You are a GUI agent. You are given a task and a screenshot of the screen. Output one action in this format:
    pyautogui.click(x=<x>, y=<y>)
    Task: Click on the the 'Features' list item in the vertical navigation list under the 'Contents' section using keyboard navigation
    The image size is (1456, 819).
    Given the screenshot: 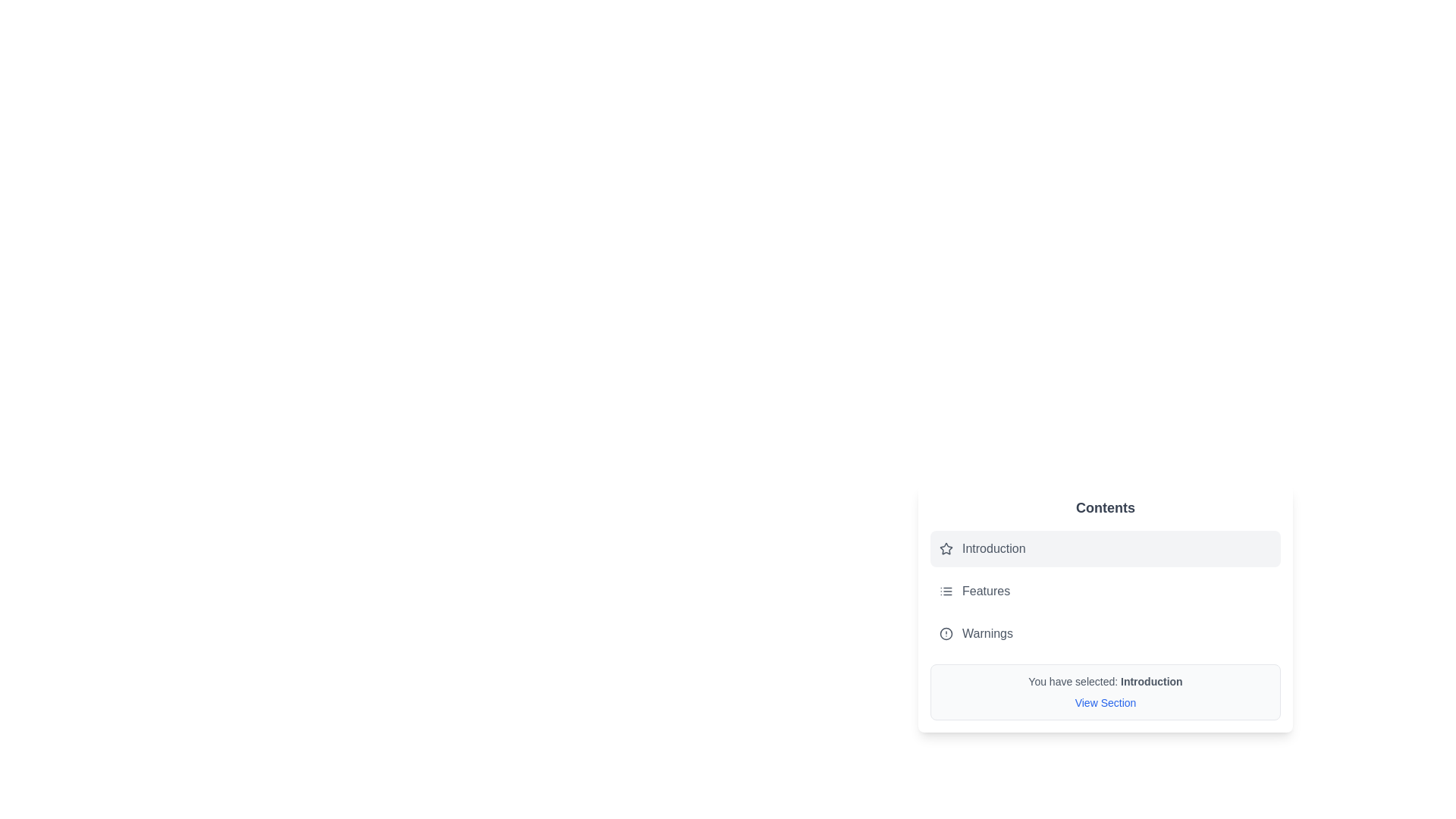 What is the action you would take?
    pyautogui.click(x=1106, y=590)
    